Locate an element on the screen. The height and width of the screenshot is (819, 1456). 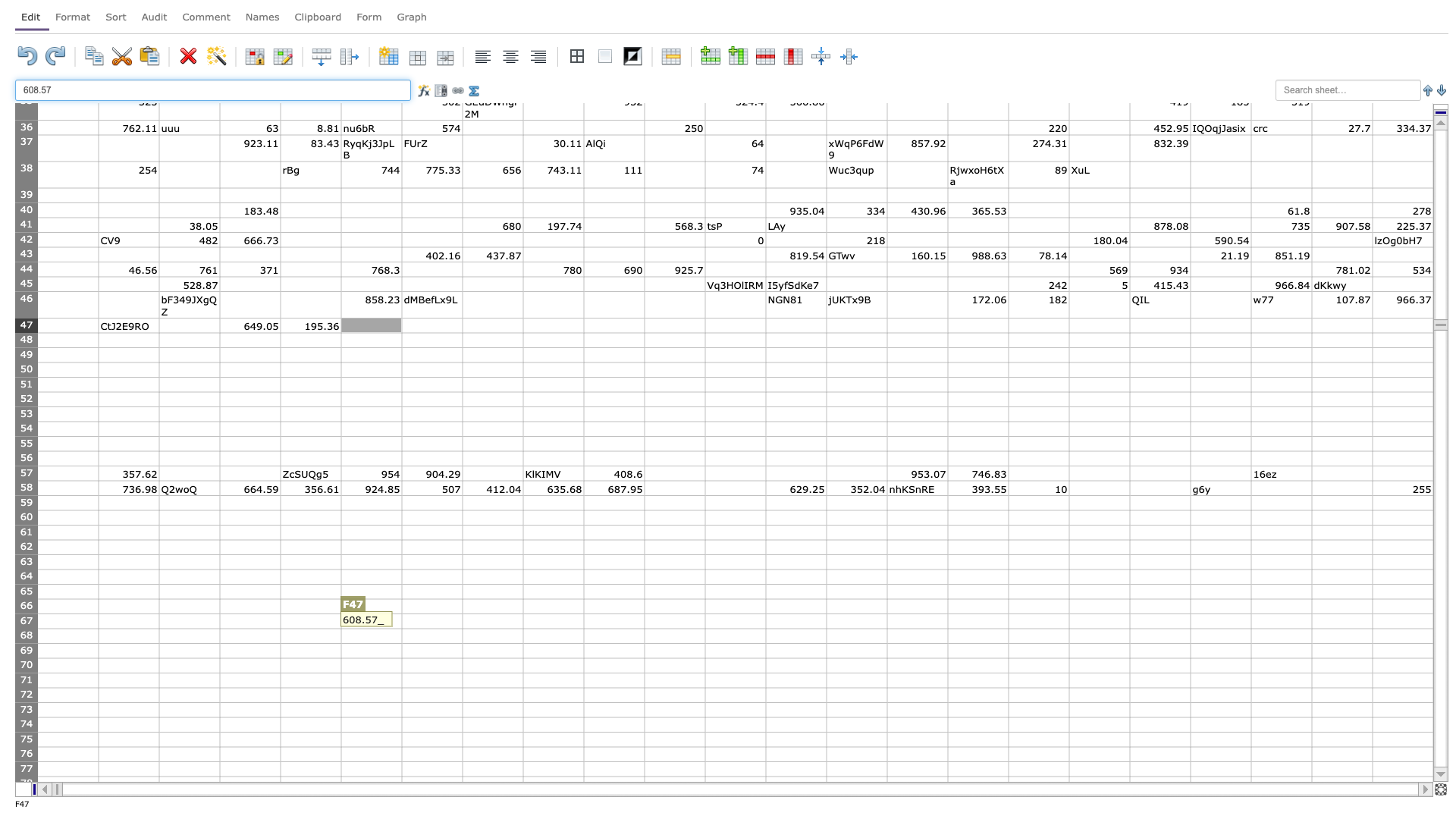
Bottom right corner of cell H-67 is located at coordinates (523, 629).